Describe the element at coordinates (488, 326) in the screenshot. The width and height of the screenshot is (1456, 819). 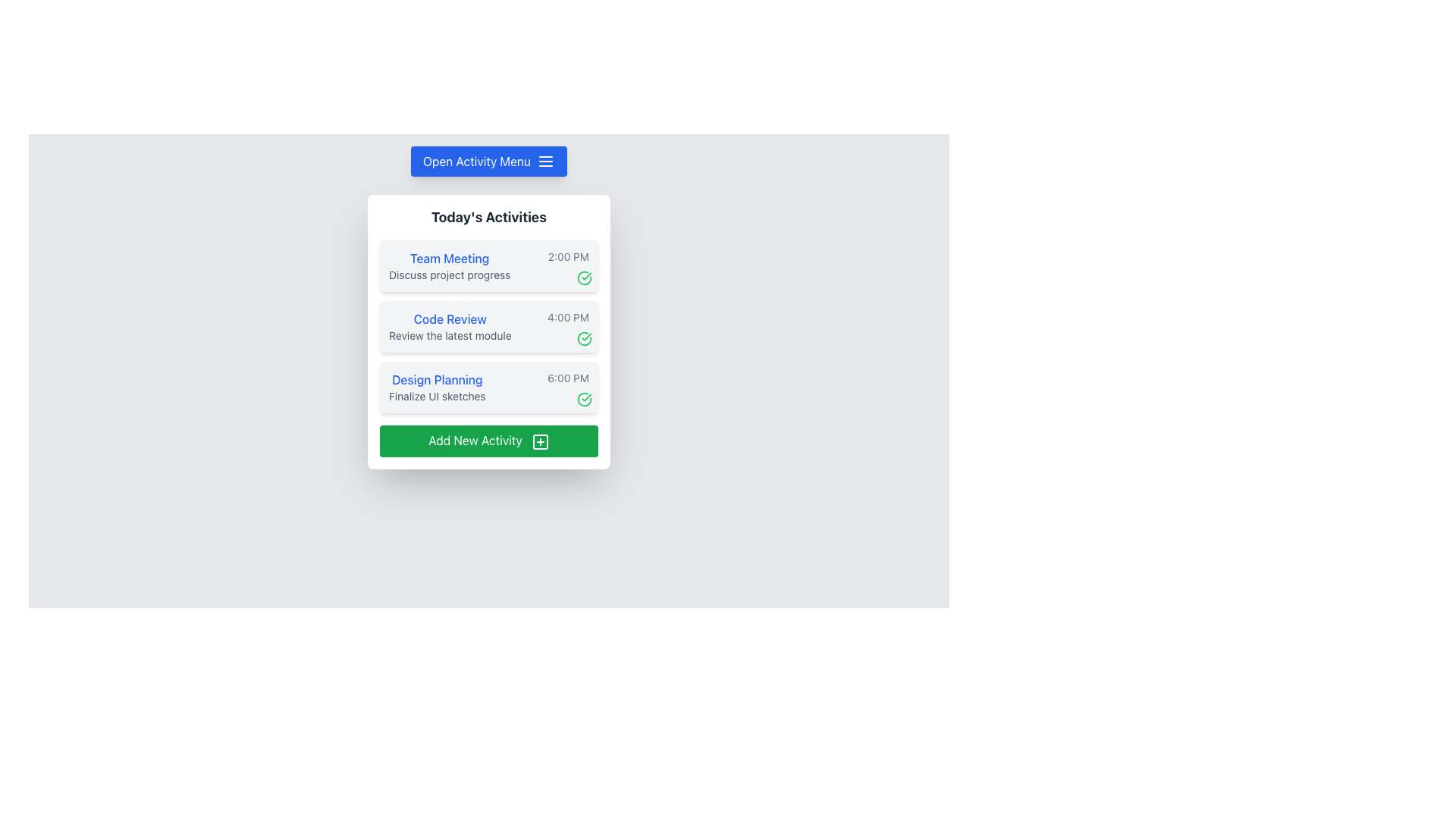
I see `the task entry titled 'Code Review' scheduled for 4:00 PM` at that location.